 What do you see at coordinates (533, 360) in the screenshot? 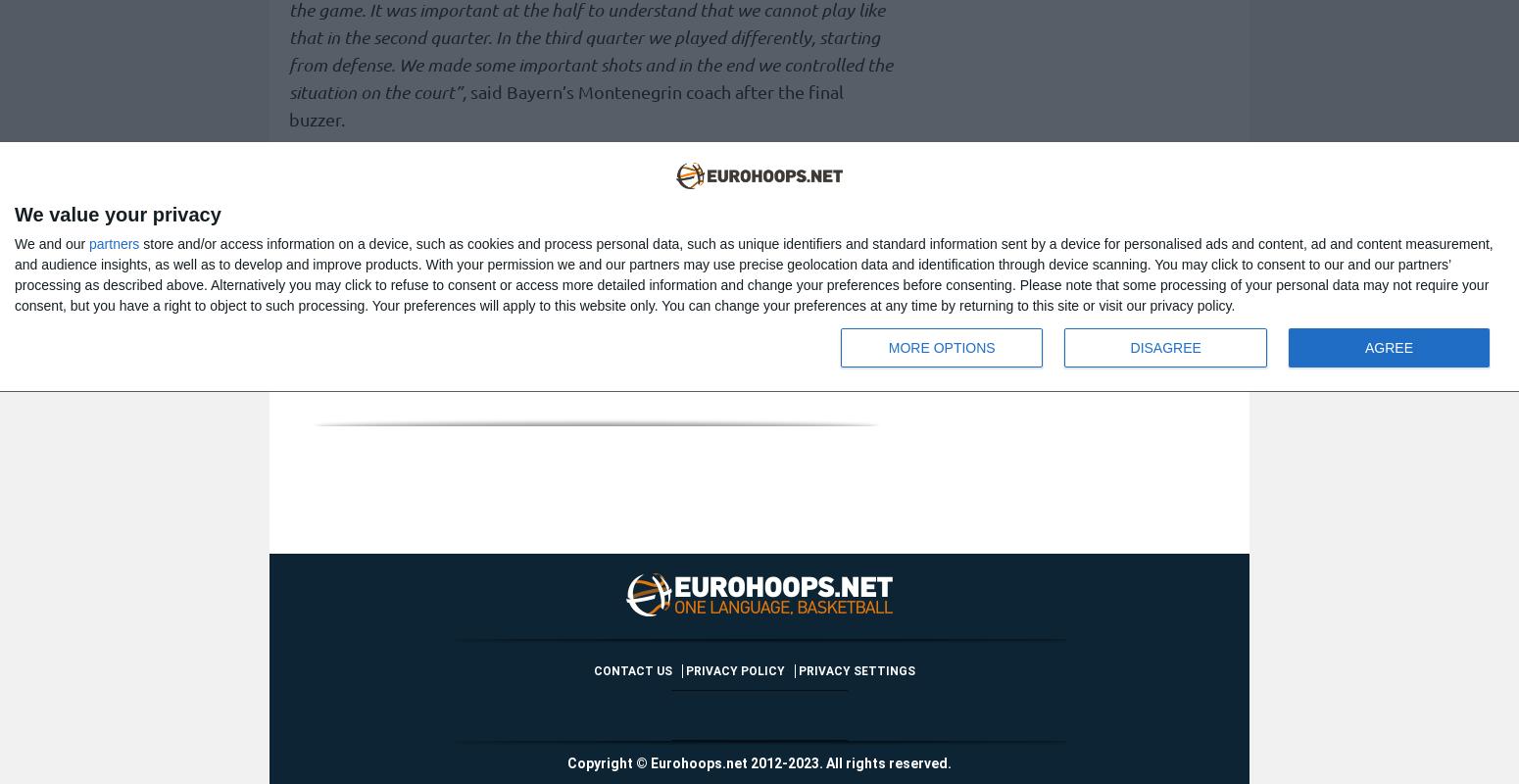
I see `'Buducnost'` at bounding box center [533, 360].